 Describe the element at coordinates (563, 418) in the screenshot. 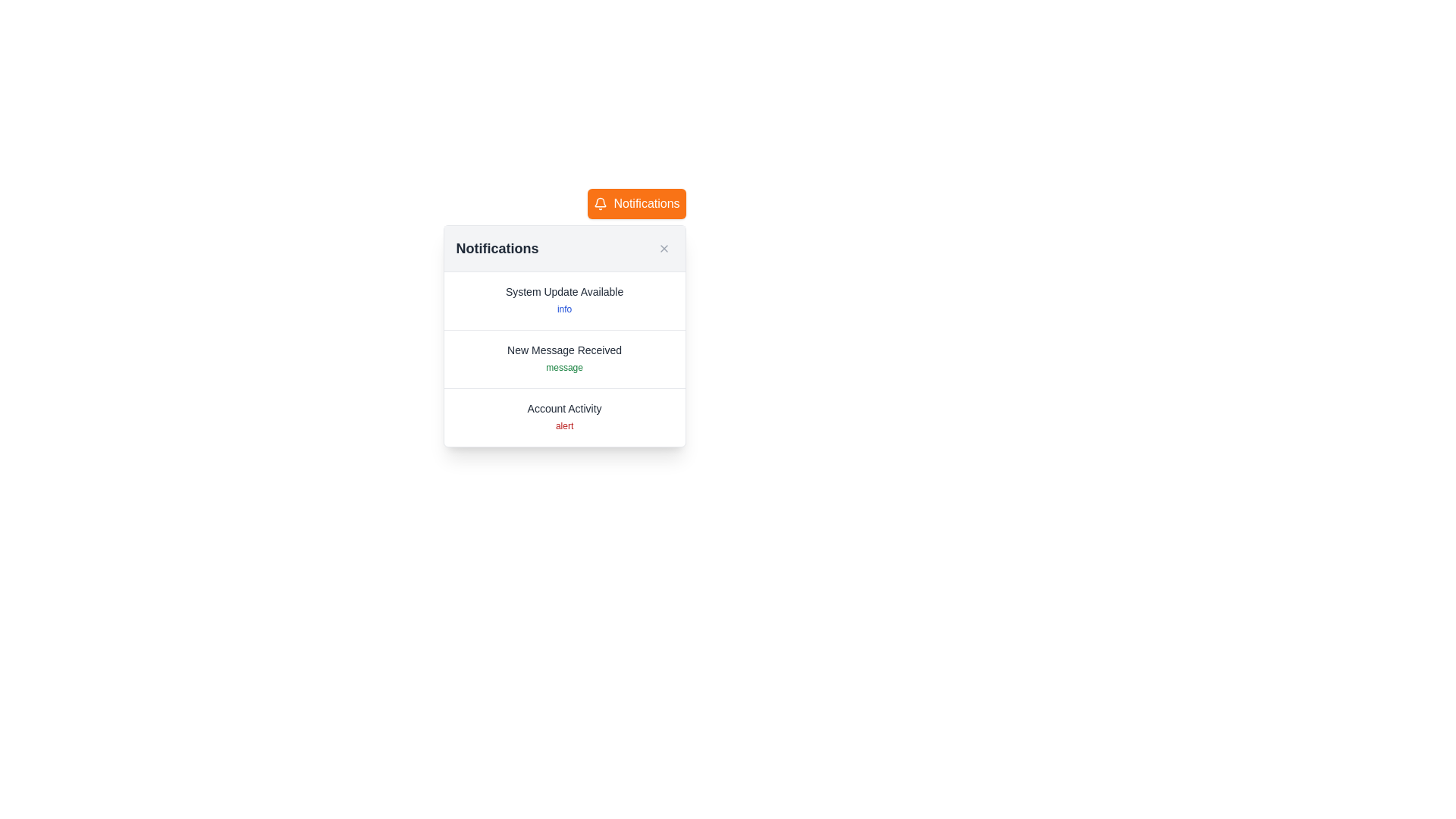

I see `the third notification item in the vertical list of notifications, which indicates an account activity alert, located in the central pop-up panel labeled 'Notifications'` at that location.